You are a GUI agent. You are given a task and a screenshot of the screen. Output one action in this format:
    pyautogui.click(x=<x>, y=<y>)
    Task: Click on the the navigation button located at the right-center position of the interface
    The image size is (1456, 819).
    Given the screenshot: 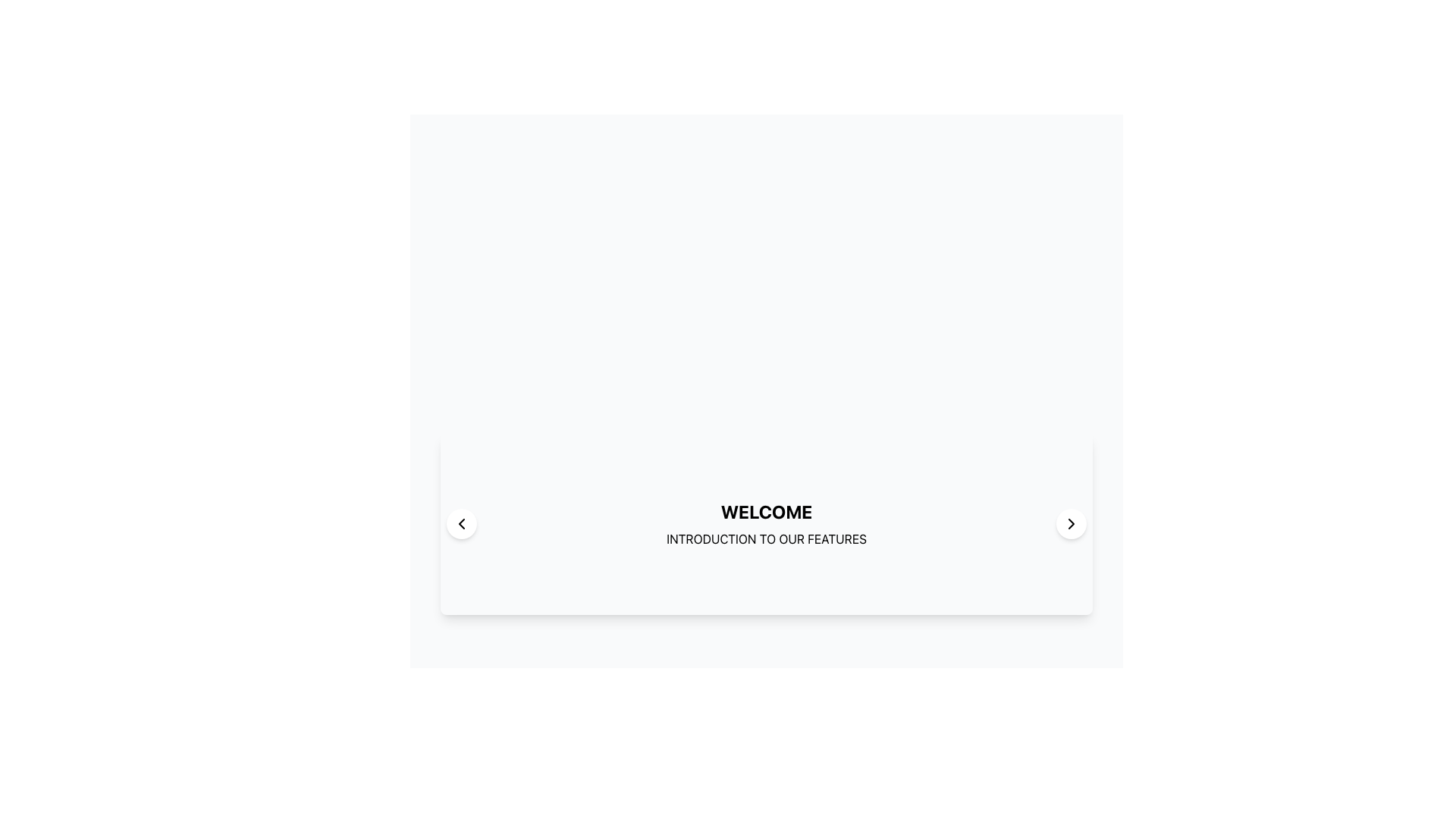 What is the action you would take?
    pyautogui.click(x=1070, y=522)
    